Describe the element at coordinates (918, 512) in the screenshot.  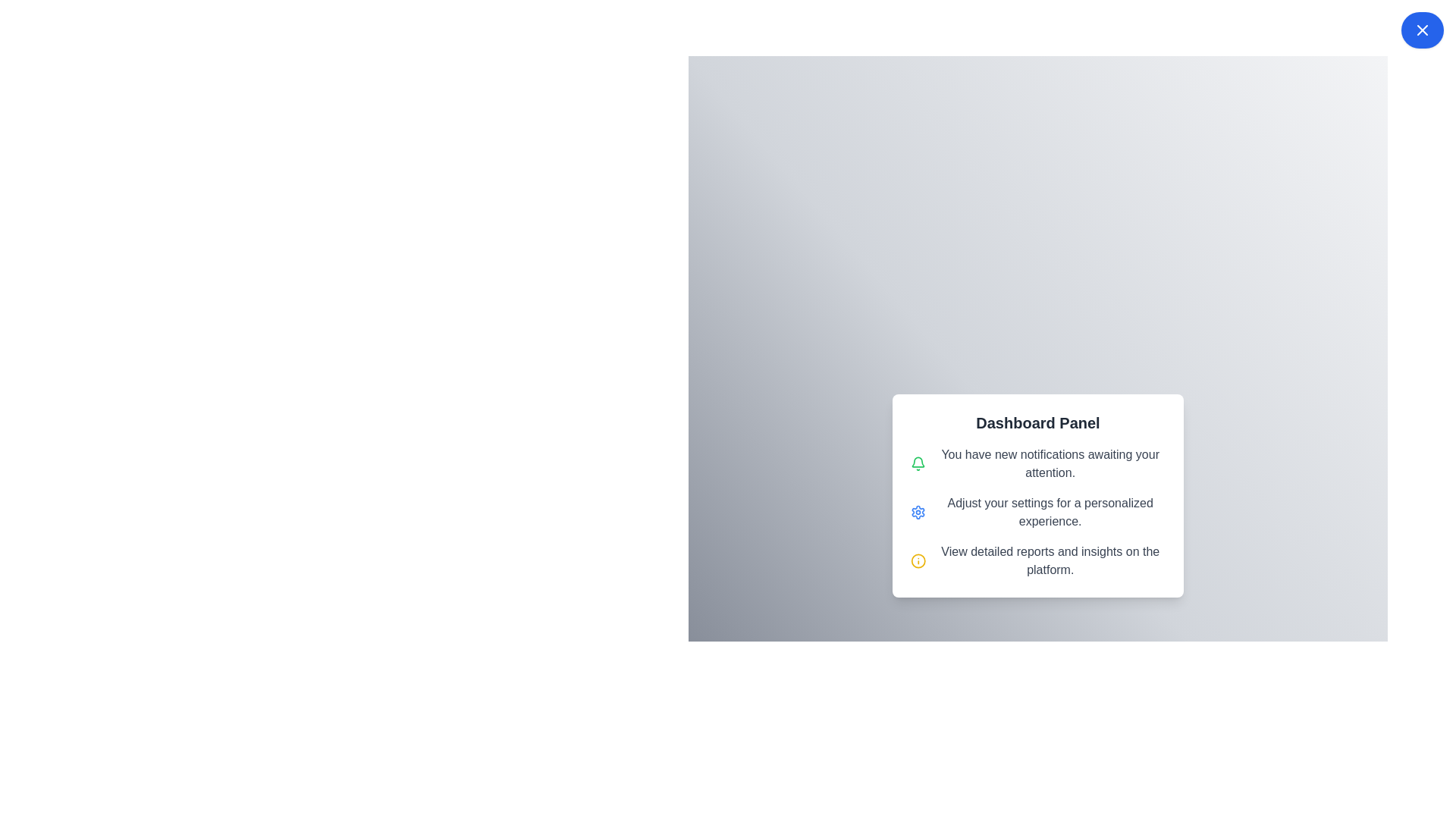
I see `the gear icon located in the middle section of the Dashboard Panel` at that location.